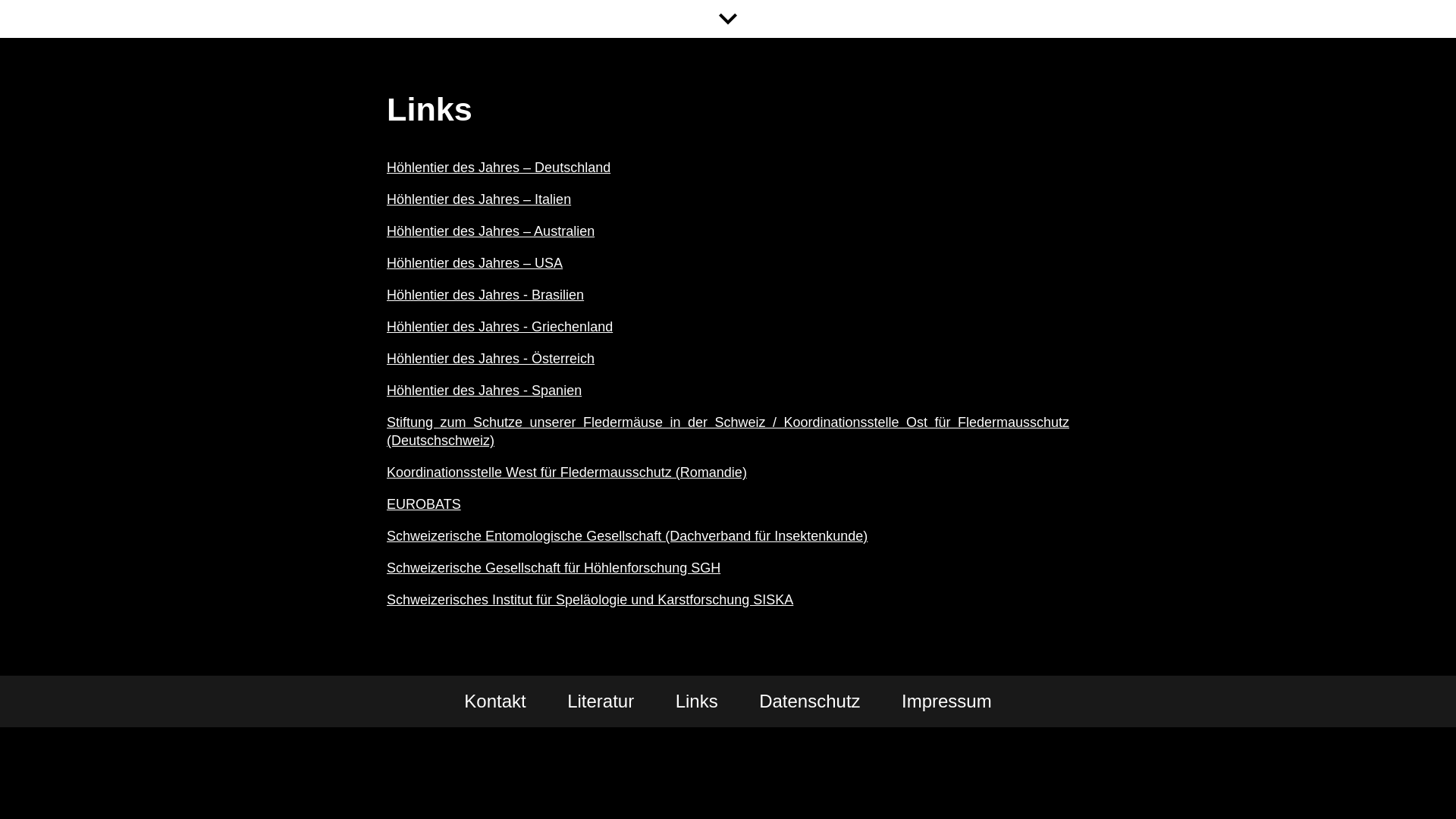 The height and width of the screenshot is (819, 1456). Describe the element at coordinates (808, 701) in the screenshot. I see `'Datenschutz'` at that location.